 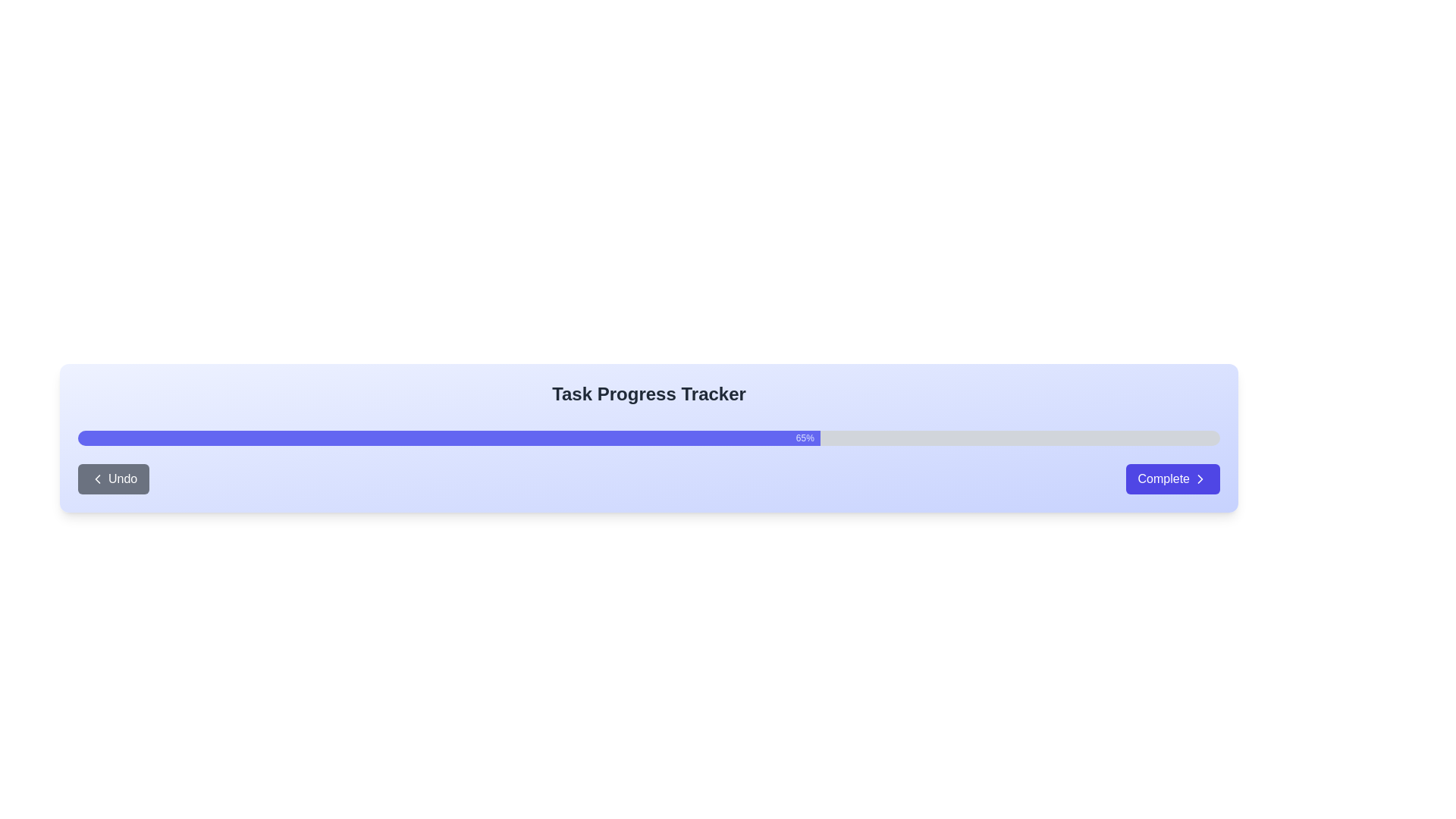 I want to click on the 'Undo' and 'Complete' buttons in the composite control element located in the 'Task Progress Tracker' card, so click(x=648, y=479).